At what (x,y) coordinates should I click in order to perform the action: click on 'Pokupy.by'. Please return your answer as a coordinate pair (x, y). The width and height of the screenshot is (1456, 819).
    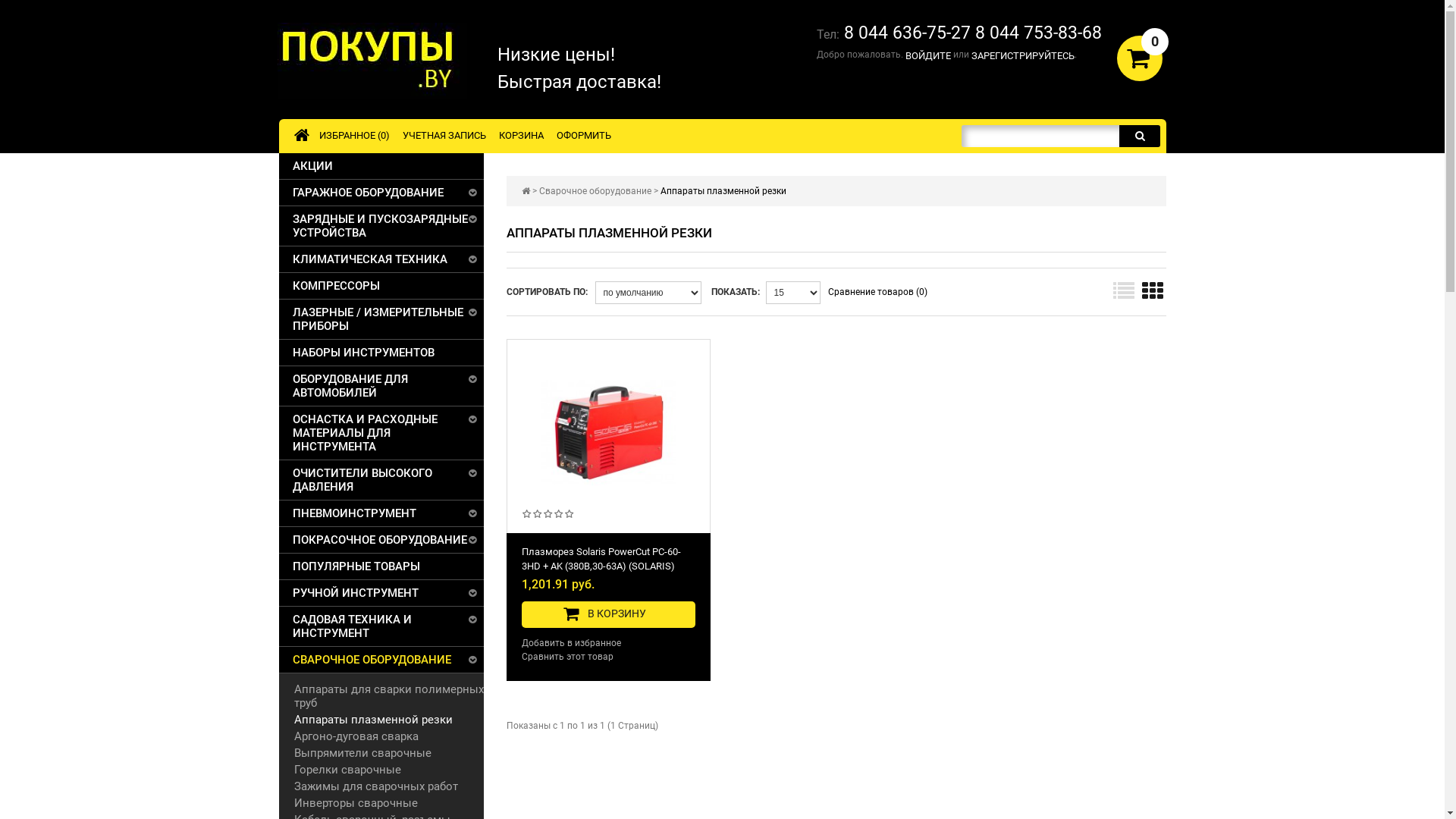
    Looking at the image, I should click on (372, 60).